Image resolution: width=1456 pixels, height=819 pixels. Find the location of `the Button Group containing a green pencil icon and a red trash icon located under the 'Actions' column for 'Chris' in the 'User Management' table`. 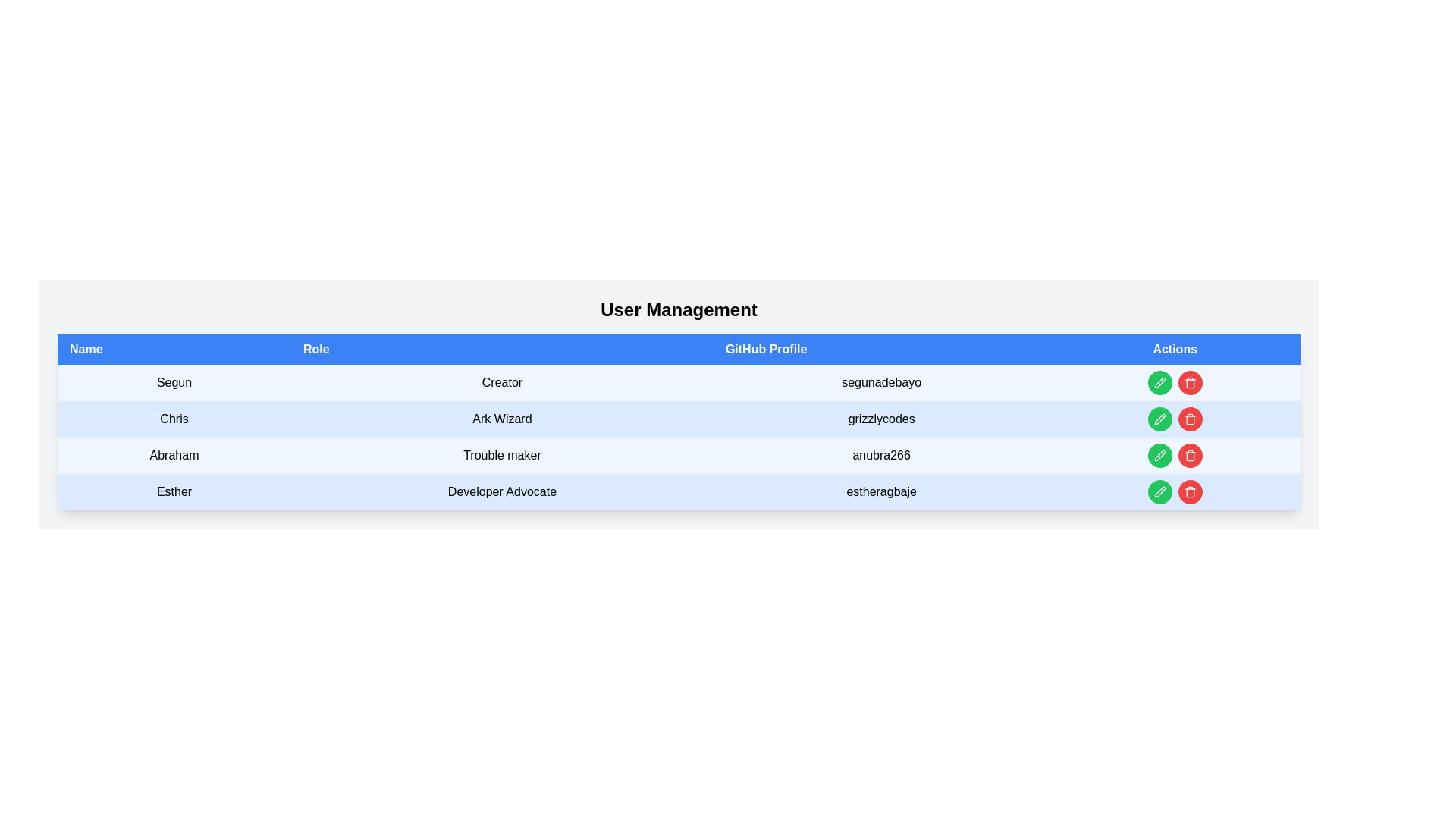

the Button Group containing a green pencil icon and a red trash icon located under the 'Actions' column for 'Chris' in the 'User Management' table is located at coordinates (1174, 419).